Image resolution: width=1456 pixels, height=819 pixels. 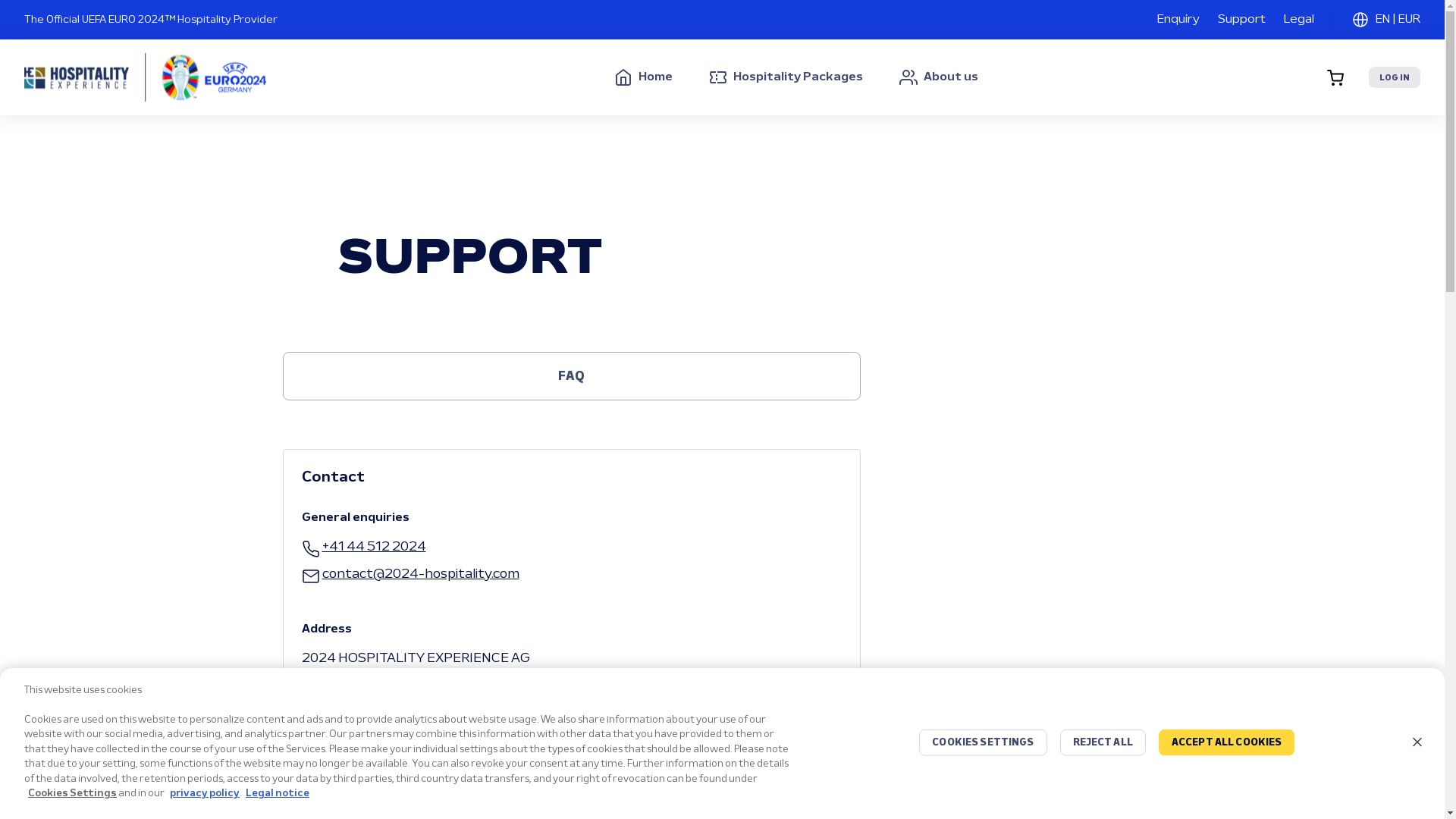 What do you see at coordinates (1218, 19) in the screenshot?
I see `'Support'` at bounding box center [1218, 19].